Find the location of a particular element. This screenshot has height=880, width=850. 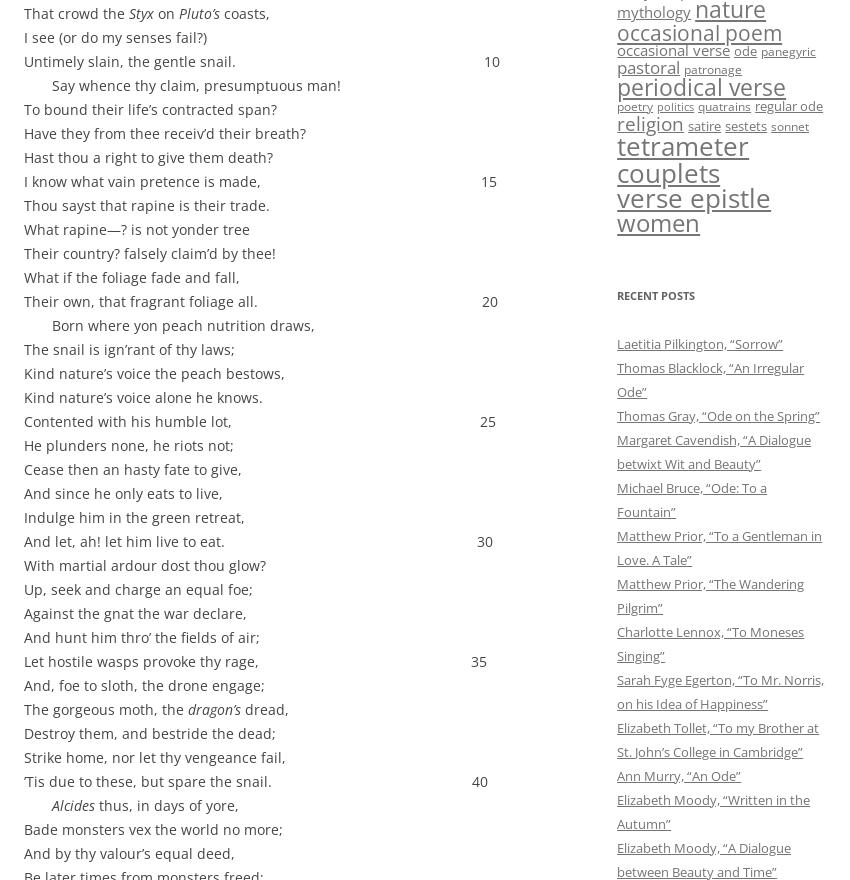

'Elizabeth Tollet, “To my Brother at St. John’s College in Cambridge”' is located at coordinates (616, 738).